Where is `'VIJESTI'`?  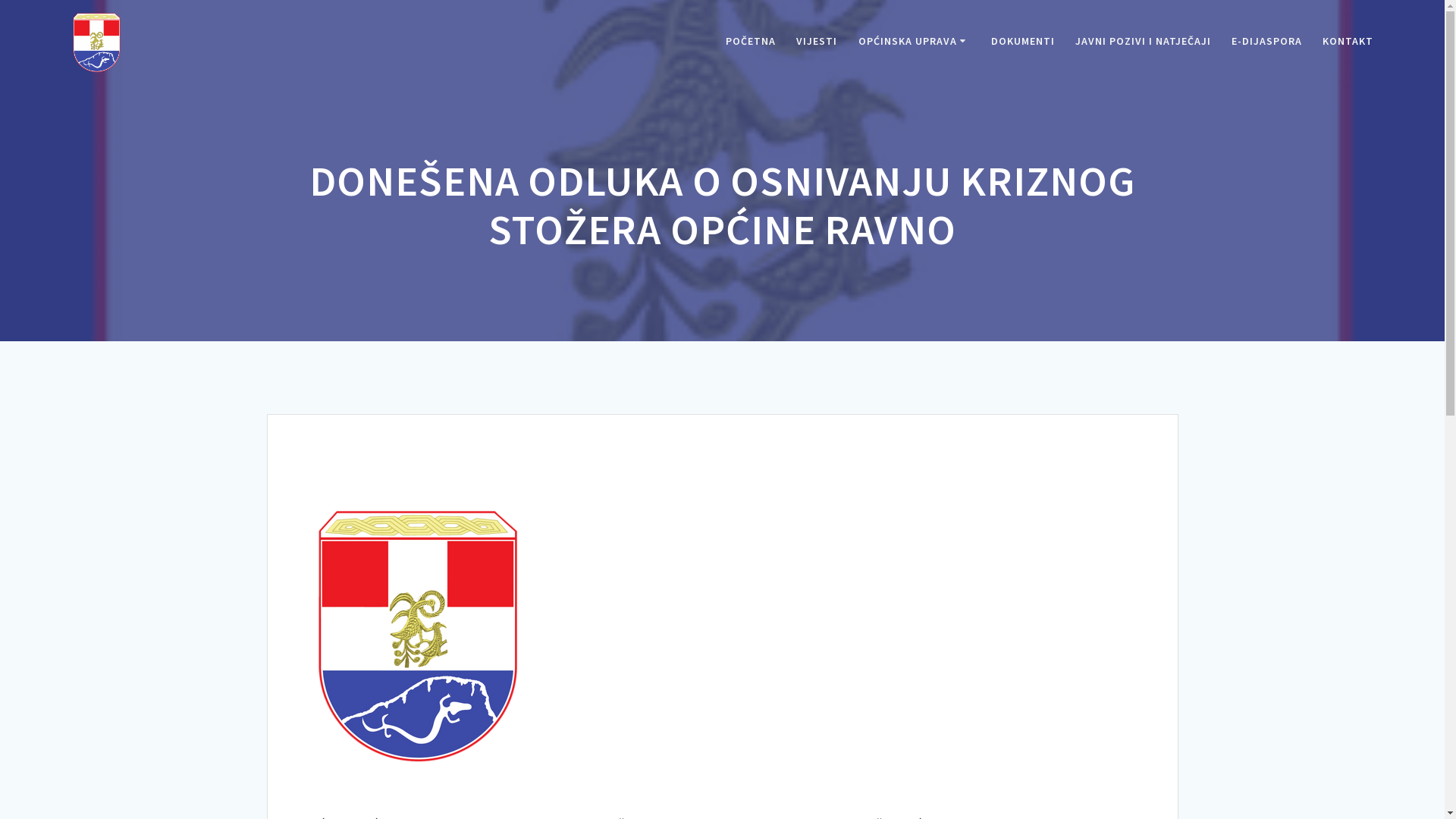 'VIJESTI' is located at coordinates (815, 41).